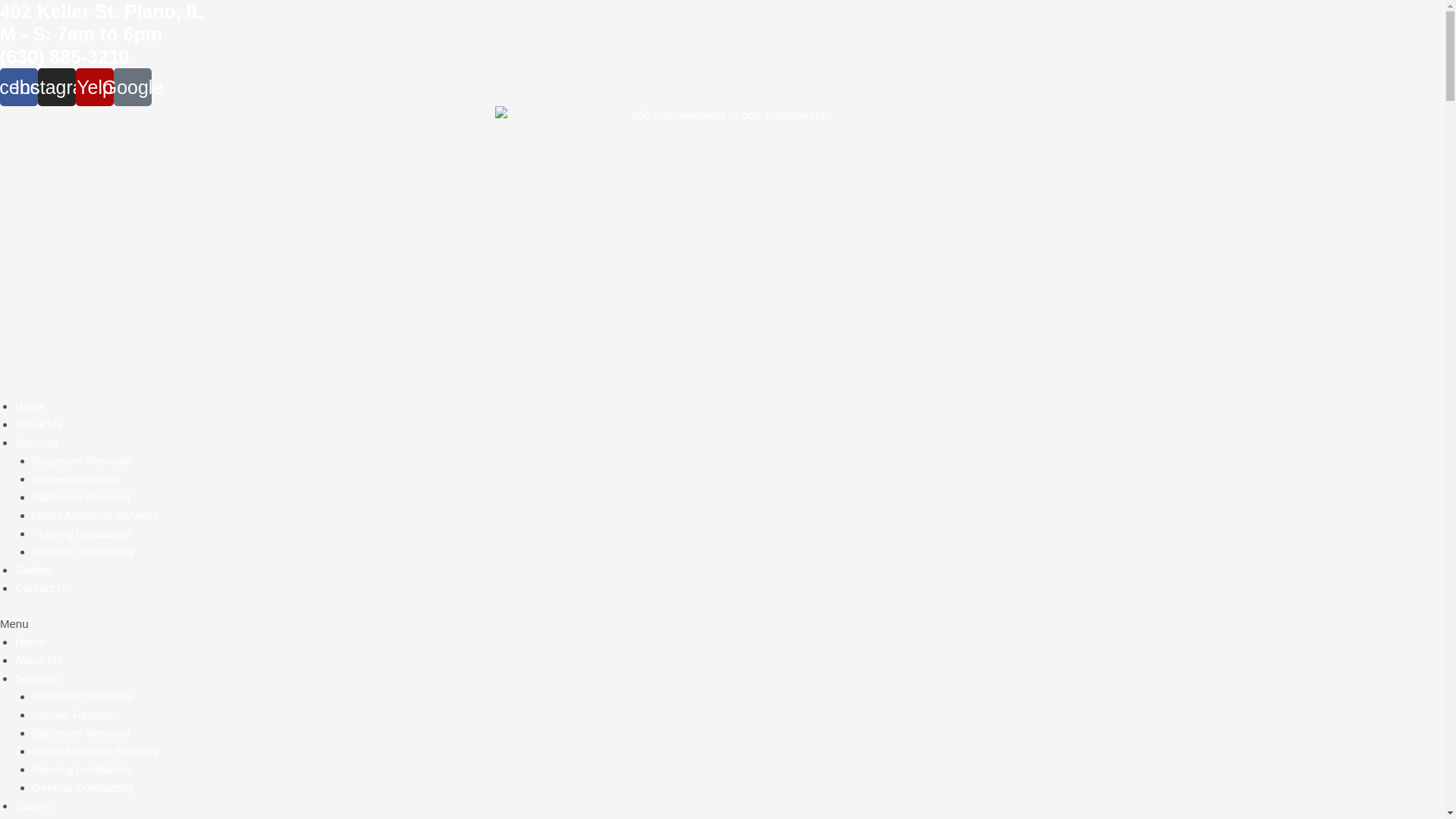  I want to click on 'M - S: 7am to 6pm', so click(80, 34).